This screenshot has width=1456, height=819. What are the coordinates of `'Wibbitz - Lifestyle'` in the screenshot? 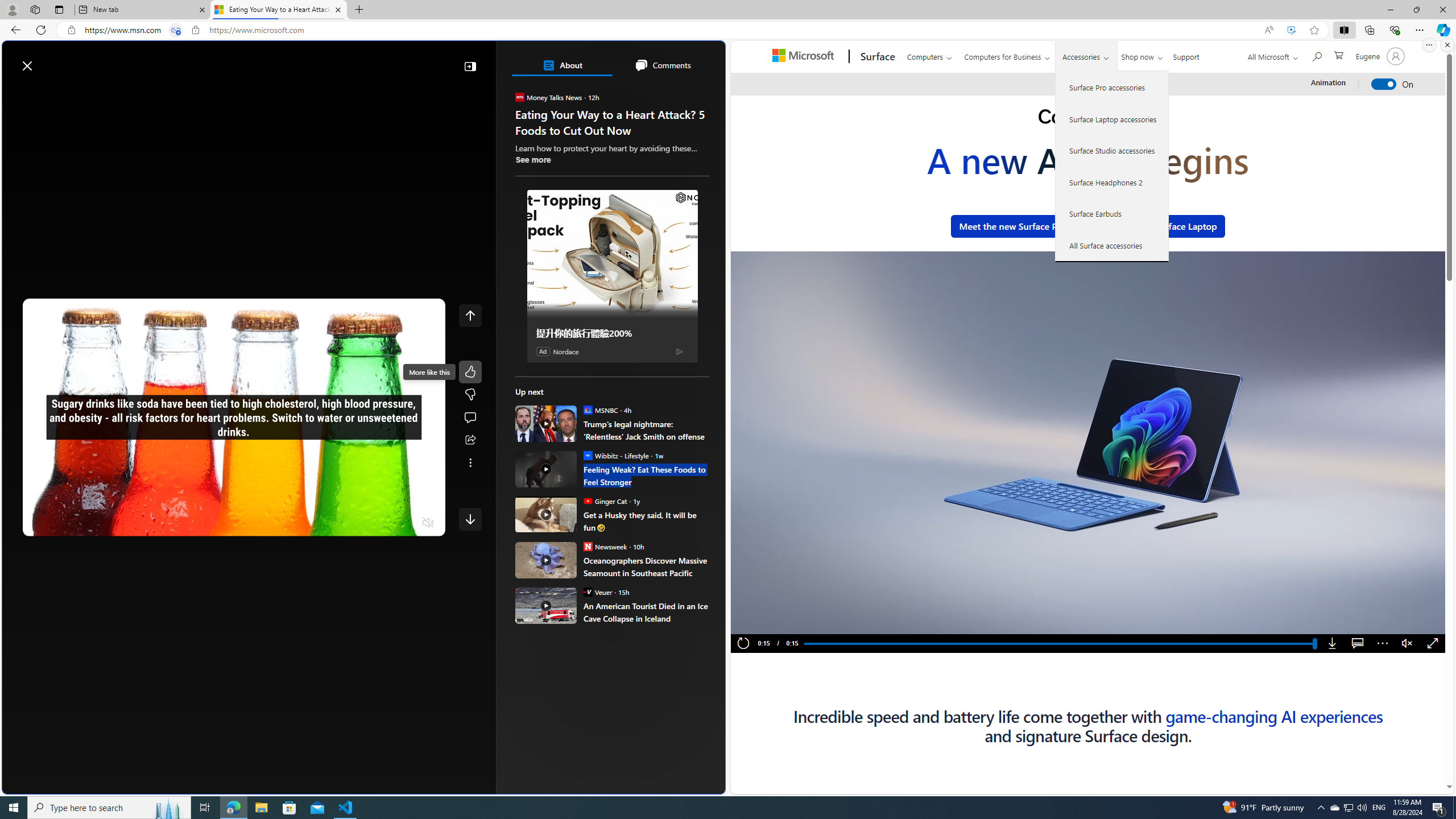 It's located at (586, 455).